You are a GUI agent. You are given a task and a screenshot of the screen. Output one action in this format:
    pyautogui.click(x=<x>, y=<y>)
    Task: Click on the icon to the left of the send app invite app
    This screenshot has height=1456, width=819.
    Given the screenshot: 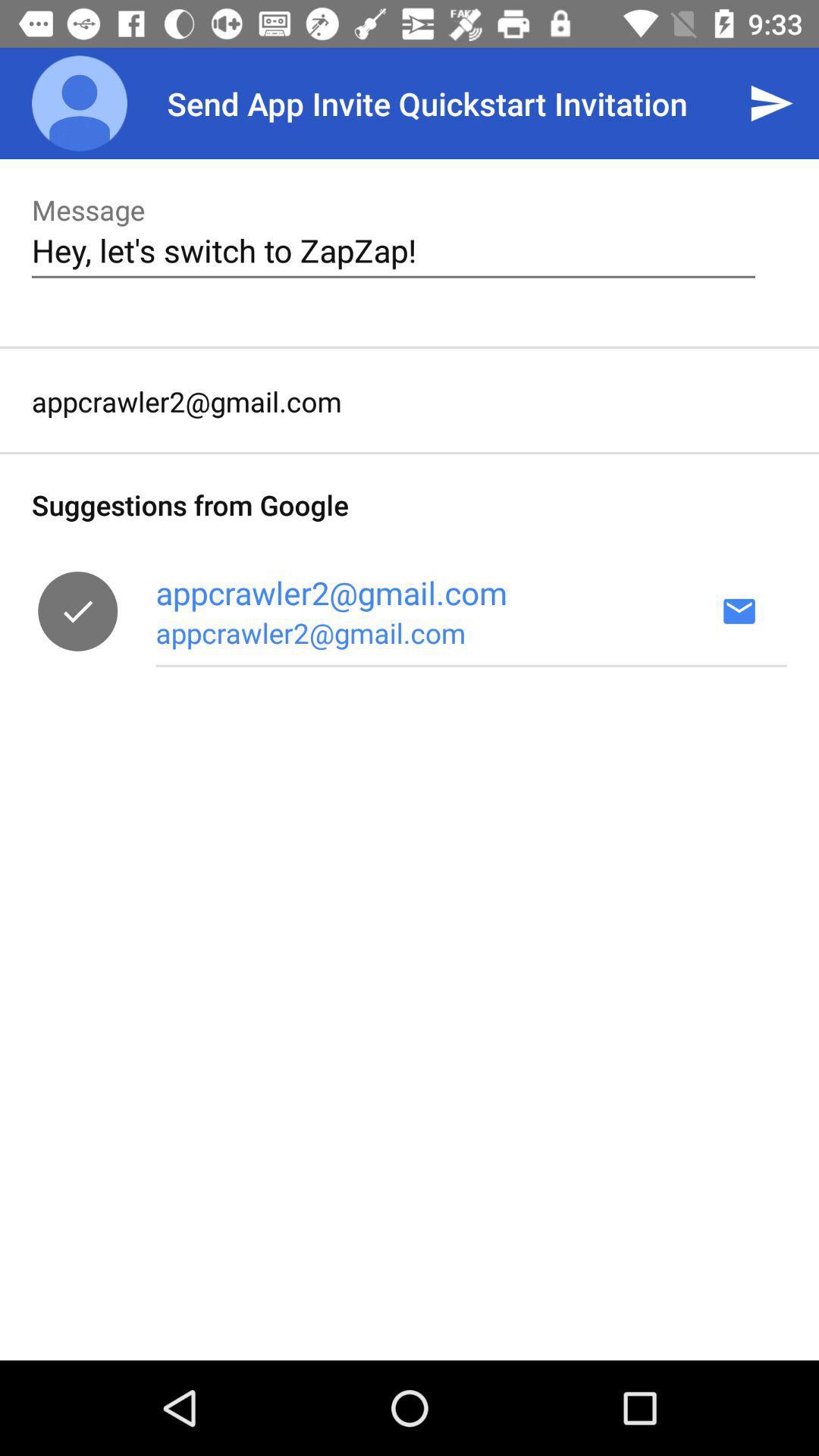 What is the action you would take?
    pyautogui.click(x=79, y=102)
    